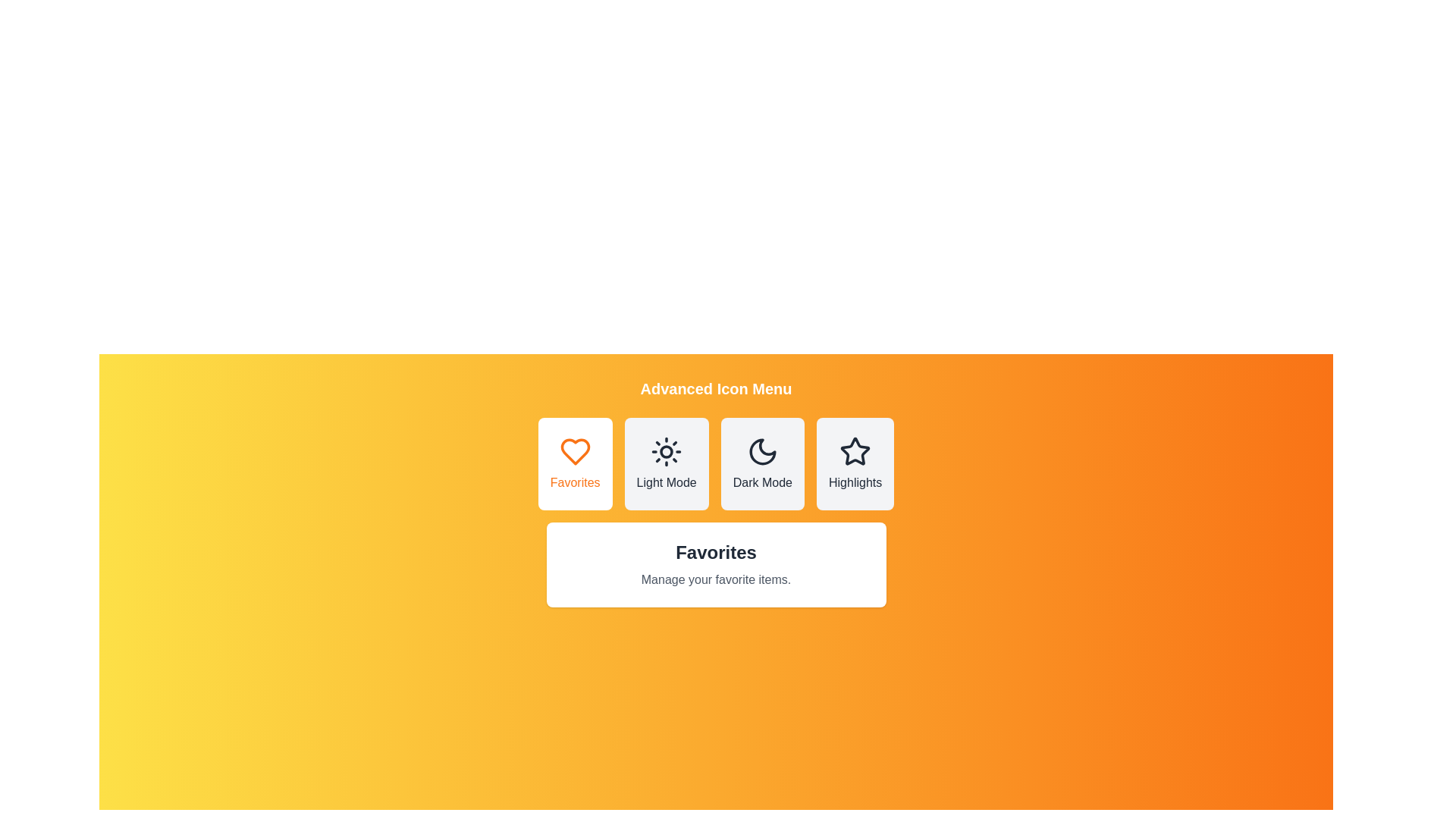 This screenshot has width=1456, height=819. Describe the element at coordinates (574, 463) in the screenshot. I see `the 'Favorites' button, which is the first button in a row of four, located in the top-left corner of the row` at that location.